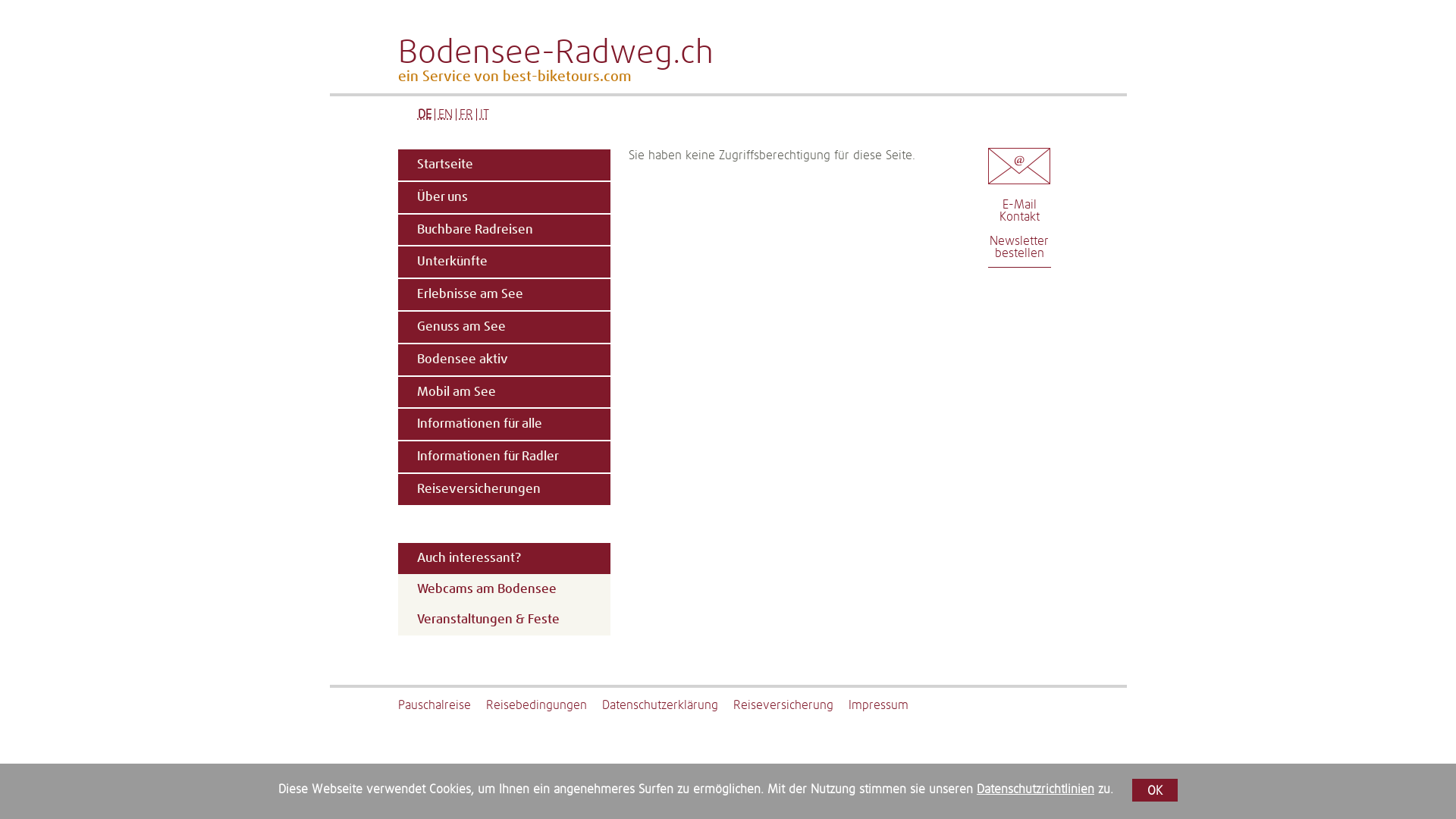 The width and height of the screenshot is (1456, 819). I want to click on 'EN', so click(436, 113).